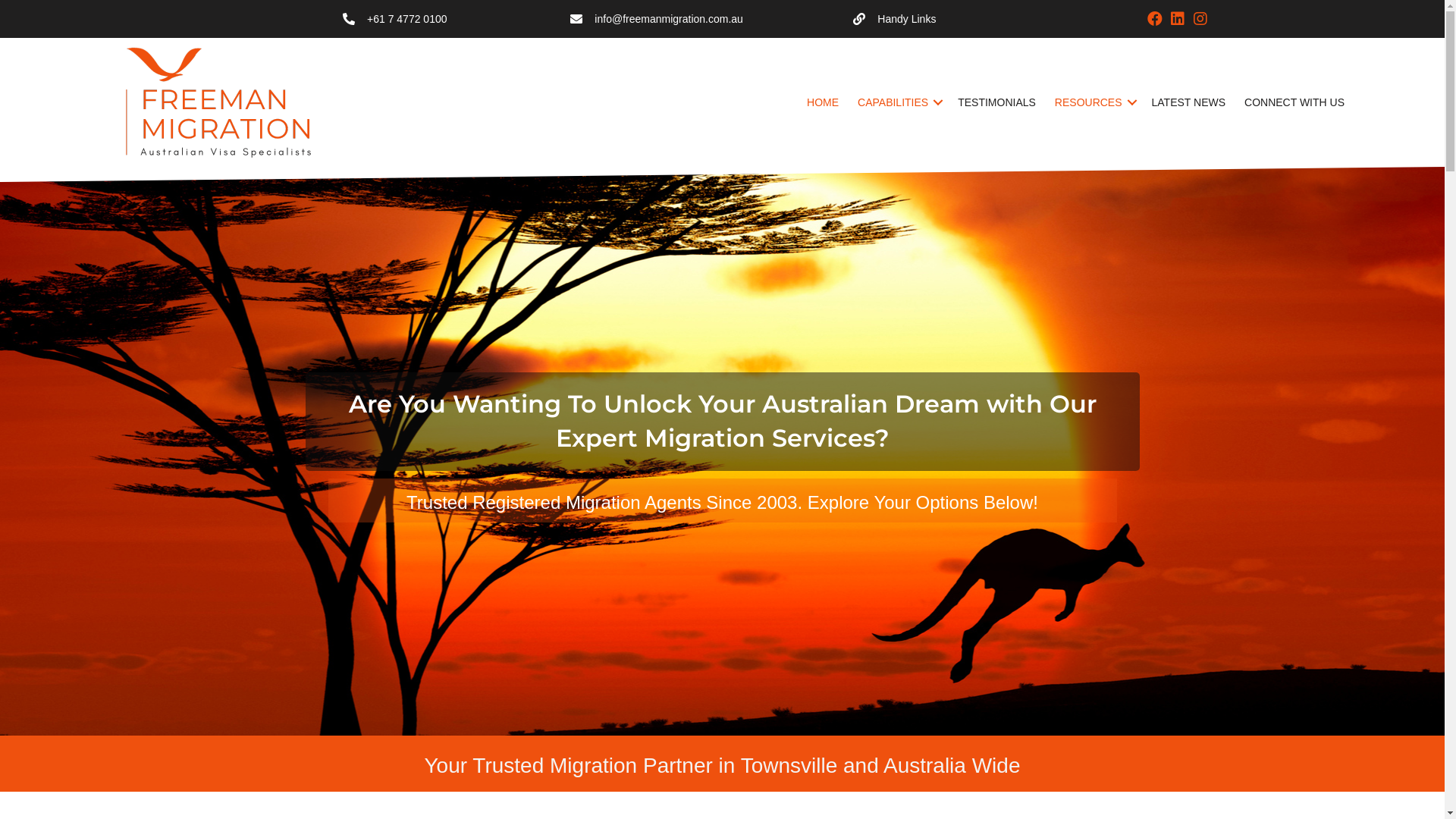  What do you see at coordinates (1153, 18) in the screenshot?
I see `'Facebook'` at bounding box center [1153, 18].